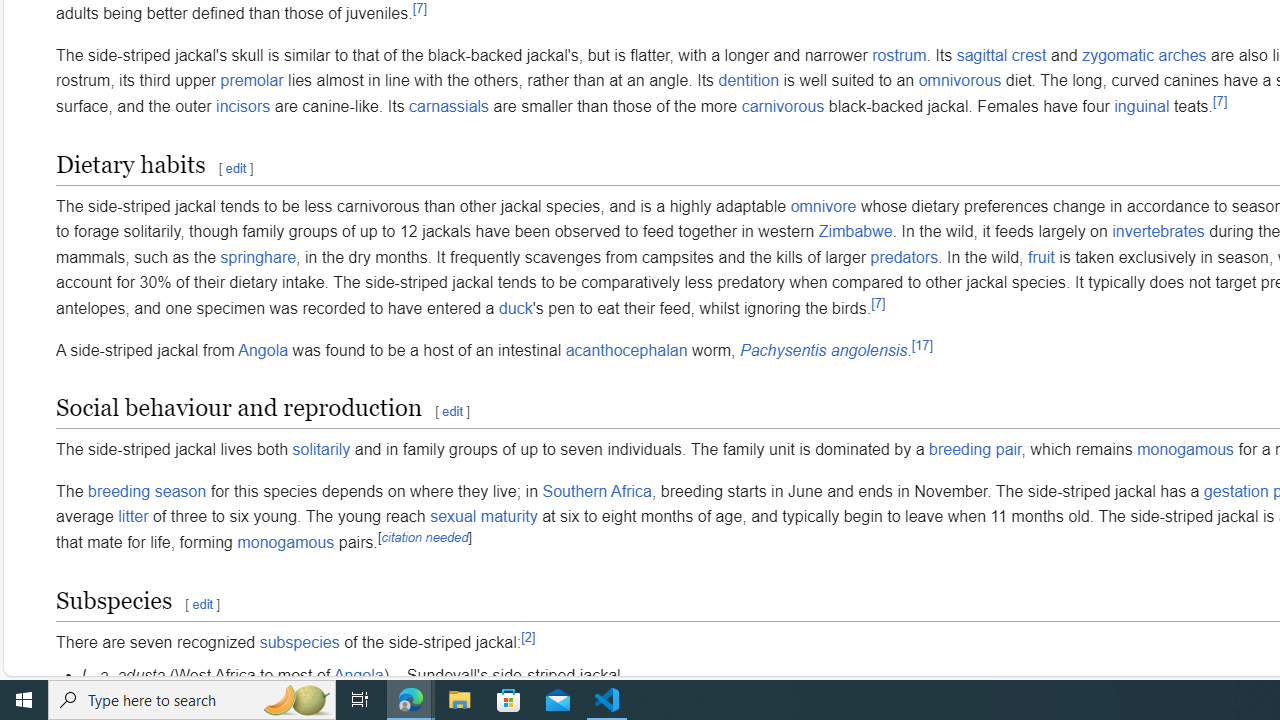  I want to click on 'carnassials', so click(448, 106).